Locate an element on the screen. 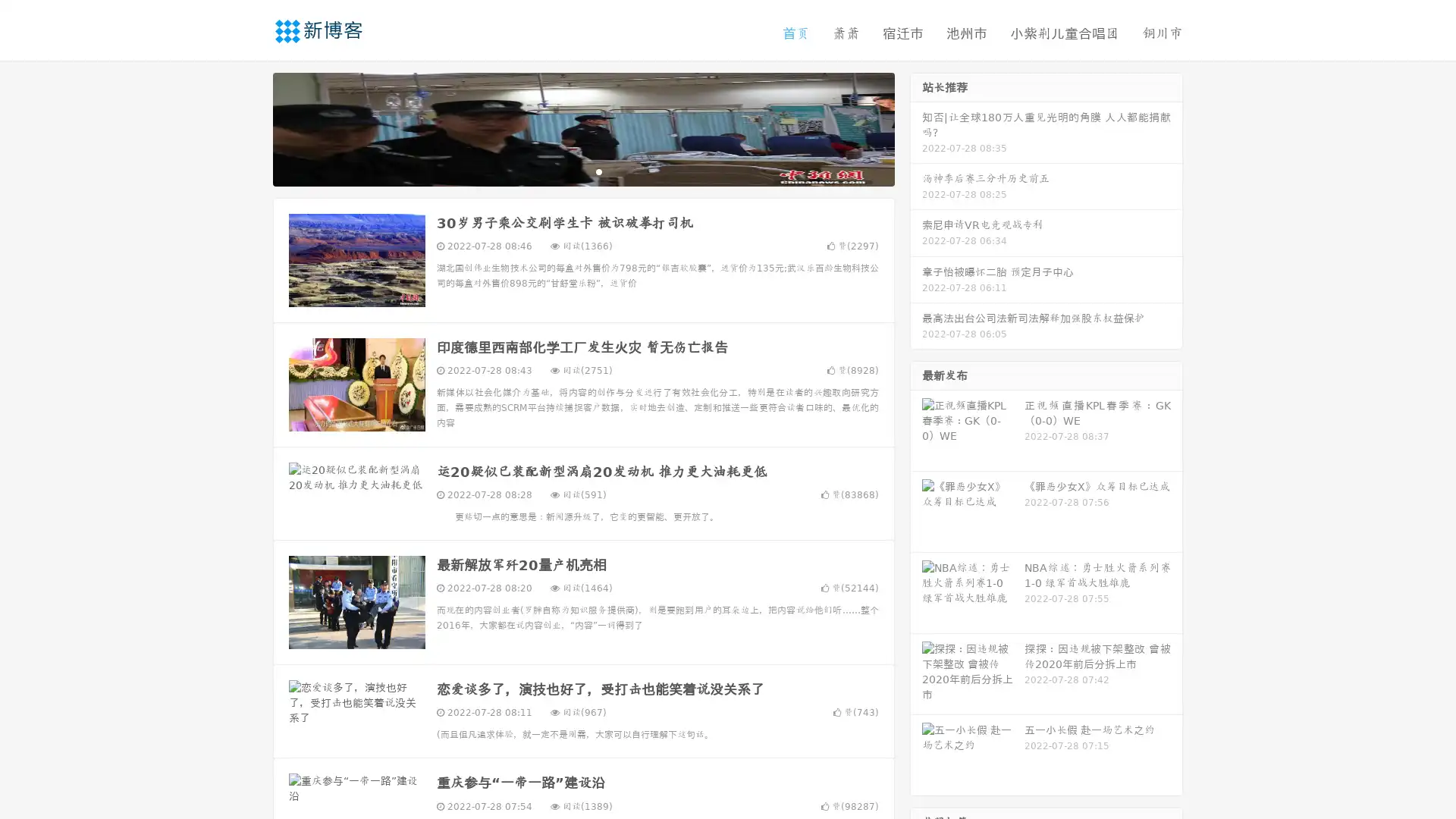  Previous slide is located at coordinates (250, 127).